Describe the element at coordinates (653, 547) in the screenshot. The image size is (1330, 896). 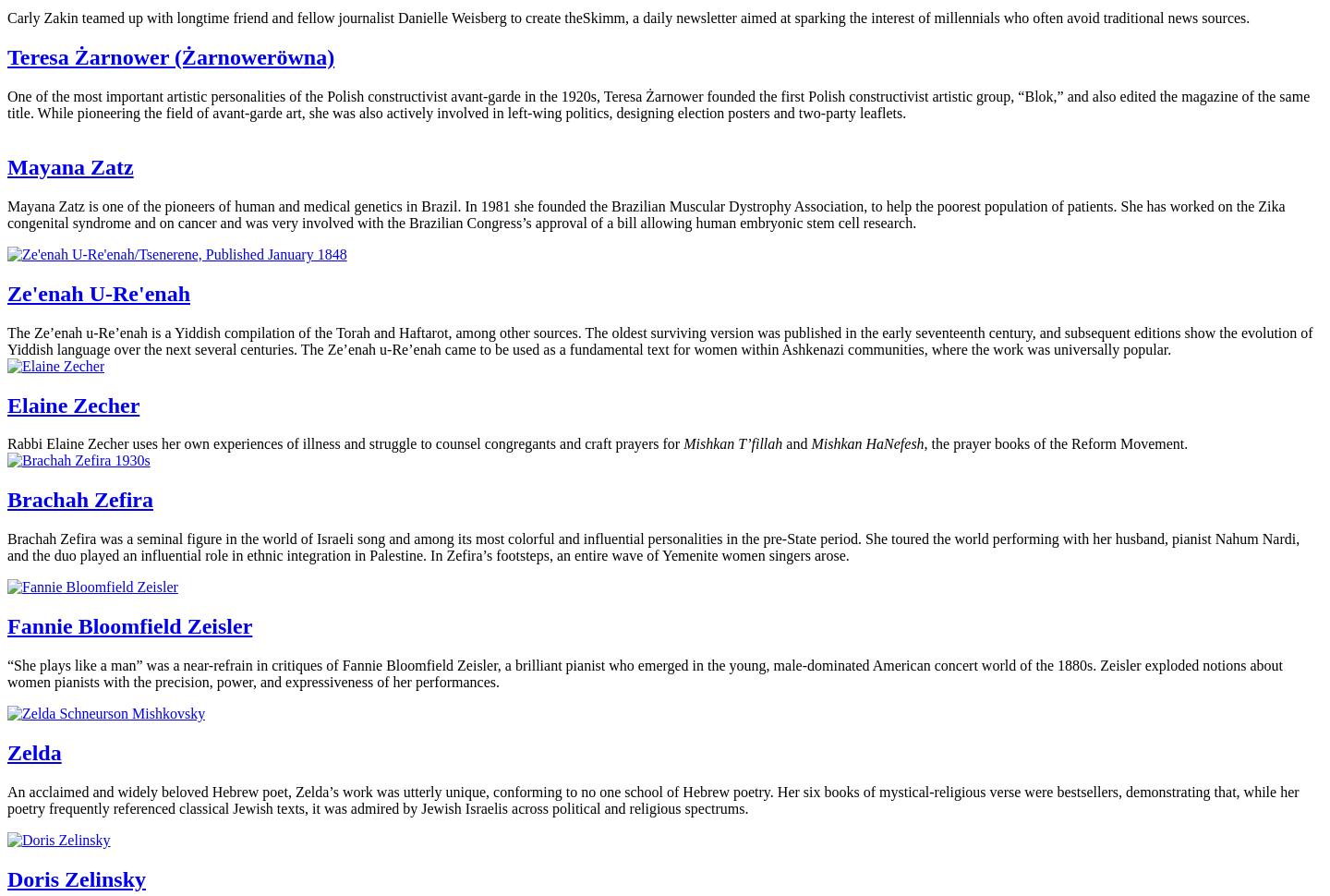
I see `'Brachah Zefira was a seminal figure in the world of Israeli song and among its most colorful and influential personalities in the pre-State period. She toured the world performing with her husband, pianist Nahum Nardi, and the duo played an influential role in ethnic integration in Palestine. In Zefira’s footsteps, an entire wave of Yemenite women singers arose.'` at that location.